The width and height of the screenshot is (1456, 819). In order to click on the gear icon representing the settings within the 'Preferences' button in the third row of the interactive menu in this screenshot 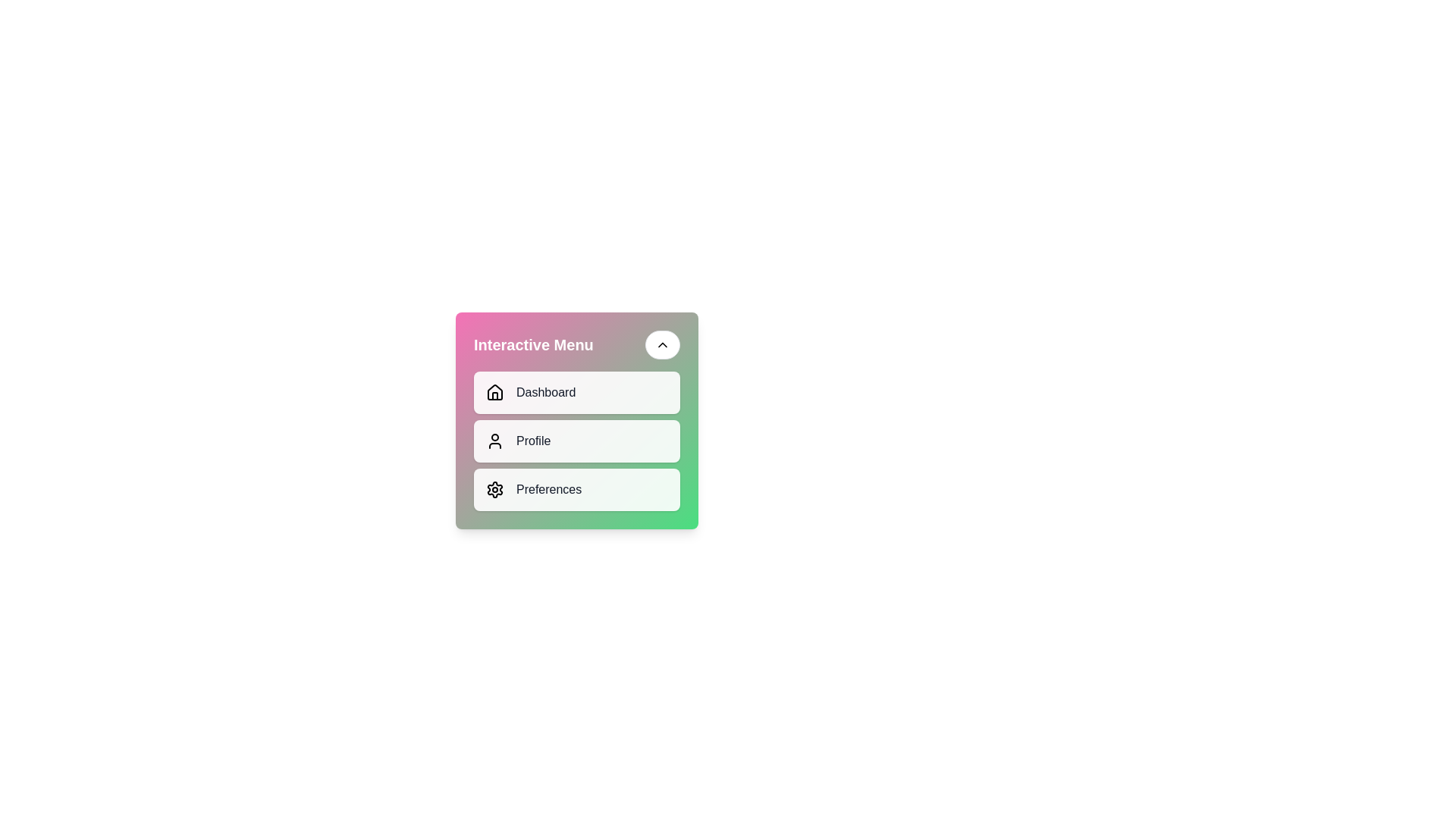, I will do `click(494, 489)`.